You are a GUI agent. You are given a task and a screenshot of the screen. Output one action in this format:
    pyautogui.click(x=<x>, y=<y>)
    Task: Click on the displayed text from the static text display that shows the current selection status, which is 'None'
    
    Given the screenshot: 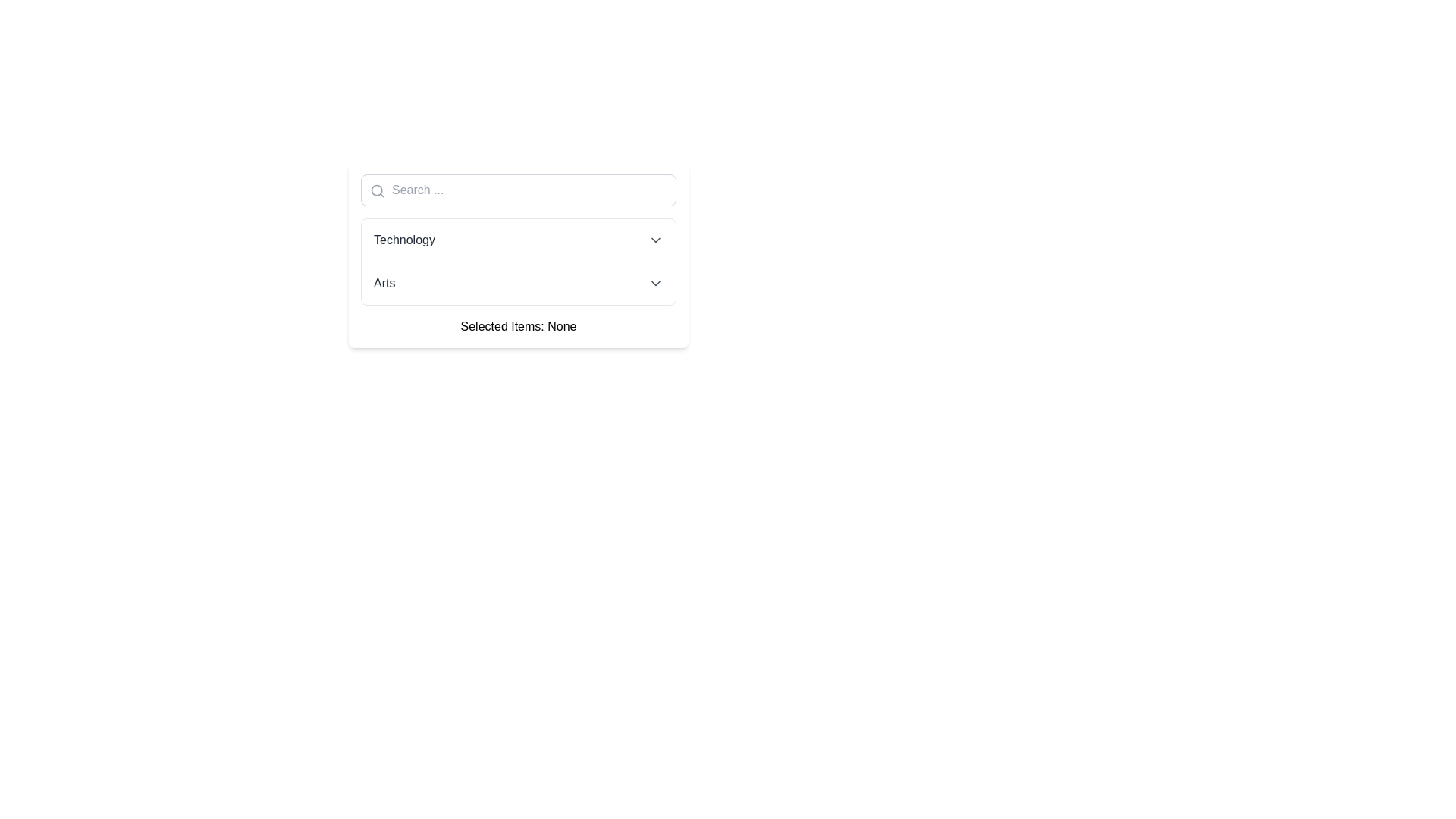 What is the action you would take?
    pyautogui.click(x=519, y=326)
    